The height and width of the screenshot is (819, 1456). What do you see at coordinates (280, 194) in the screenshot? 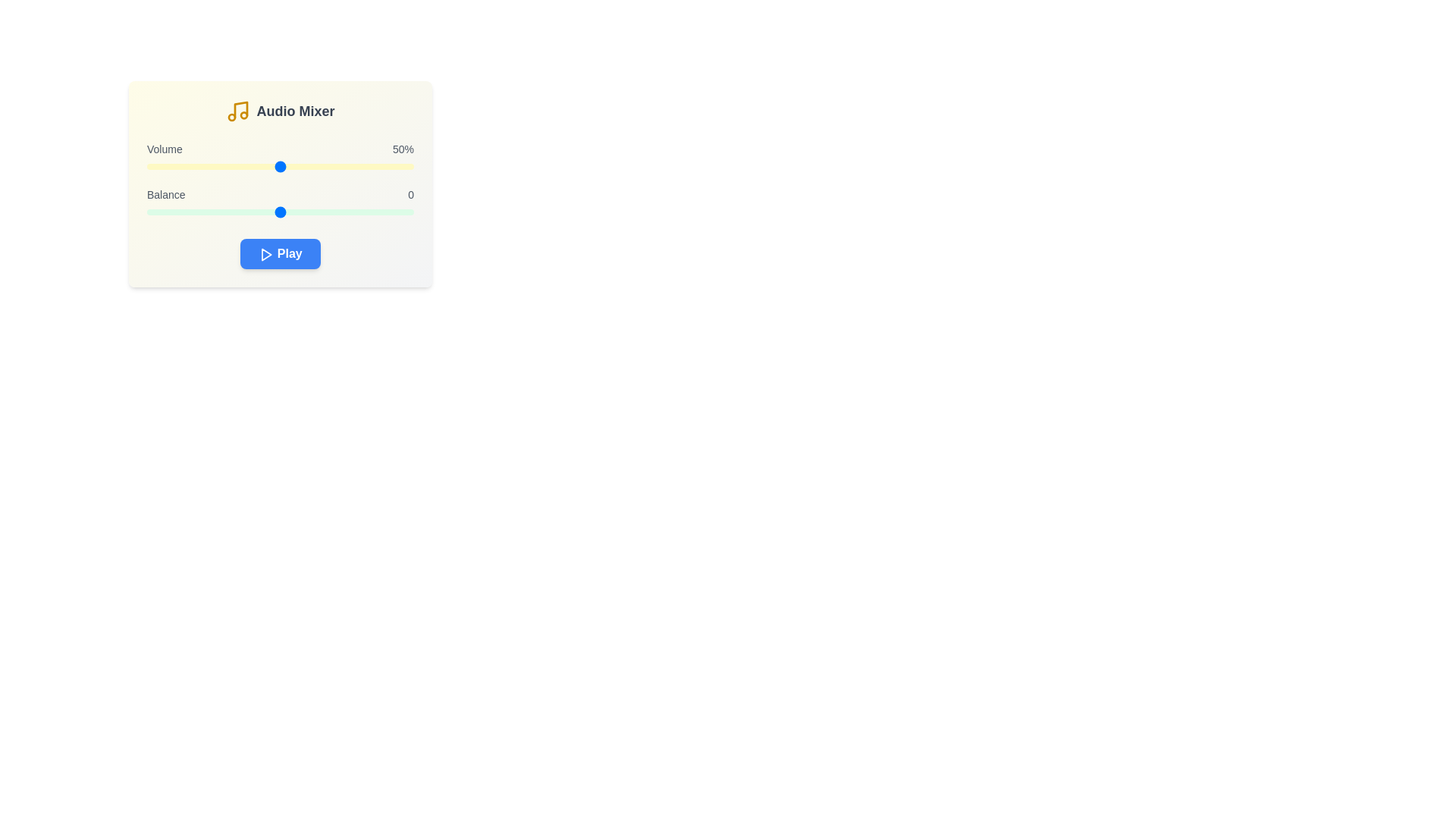
I see `the 'Balance' label with the numeric value '0', which is styled in medium-weight gray font and positioned near the middle of the interface, aligned with a 'Volume' slider above and another slider below` at bounding box center [280, 194].